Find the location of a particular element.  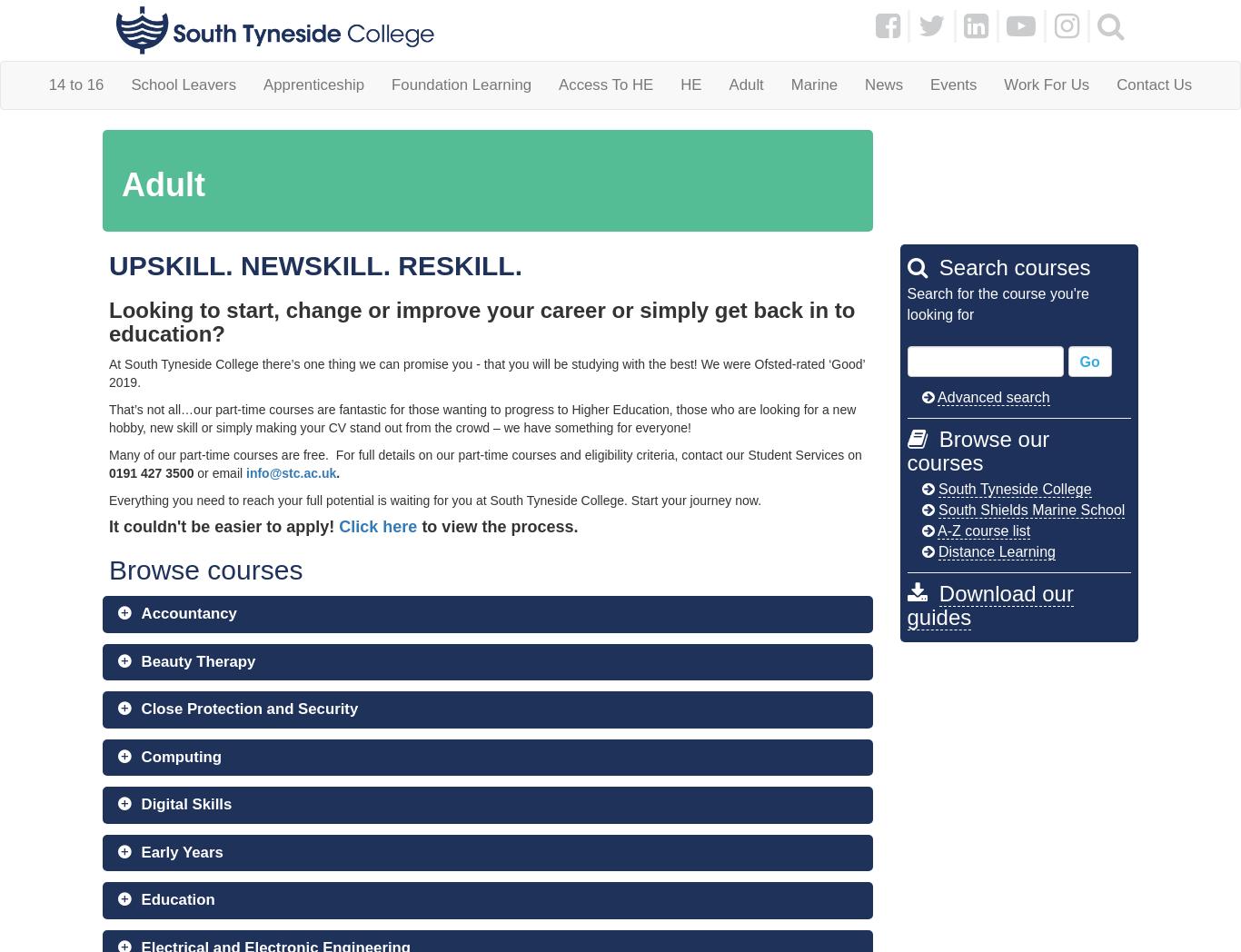

'Contact Us' is located at coordinates (1153, 84).